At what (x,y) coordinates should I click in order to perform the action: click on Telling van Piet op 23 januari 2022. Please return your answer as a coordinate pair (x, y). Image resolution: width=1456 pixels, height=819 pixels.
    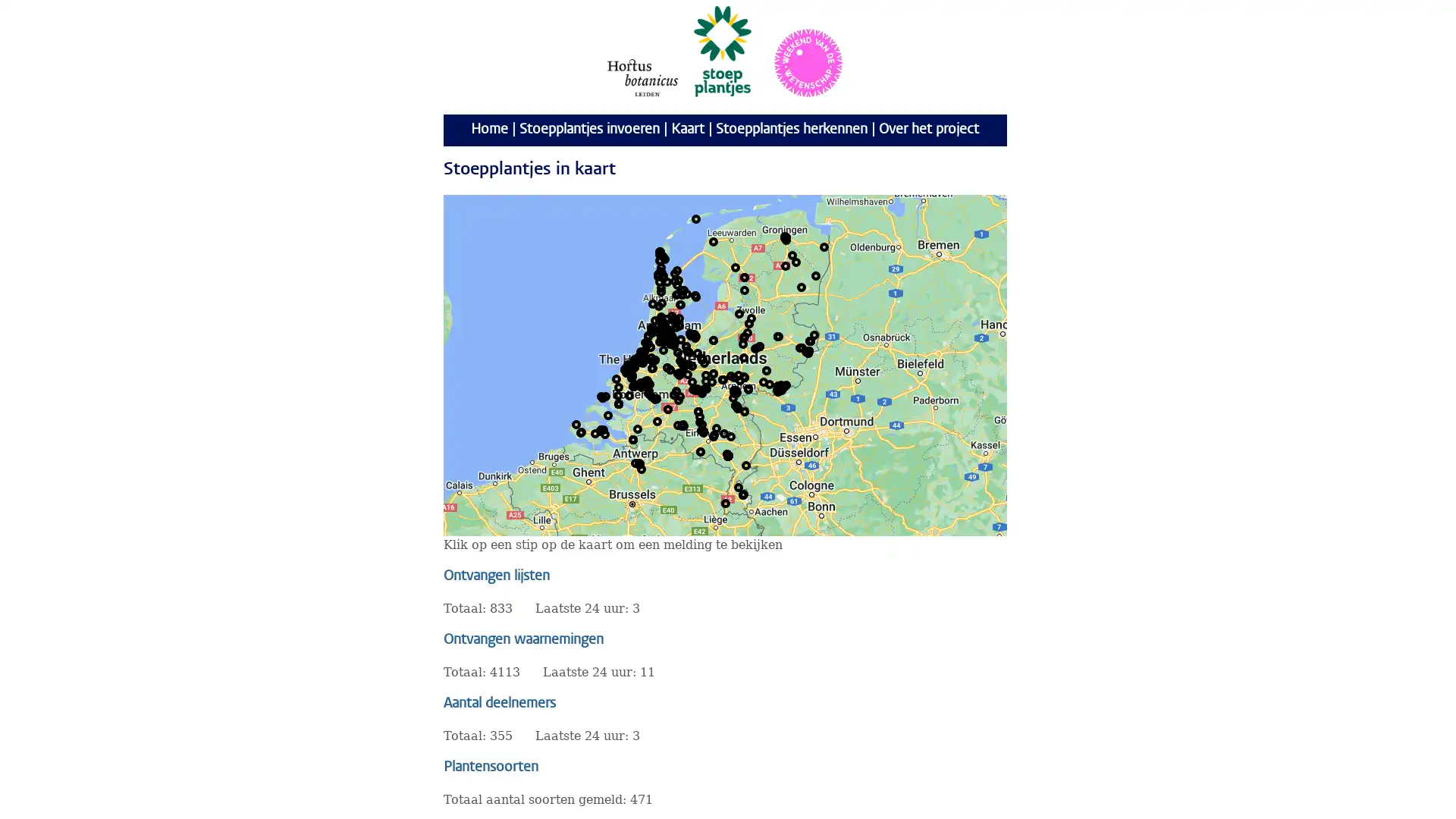
    Looking at the image, I should click on (701, 359).